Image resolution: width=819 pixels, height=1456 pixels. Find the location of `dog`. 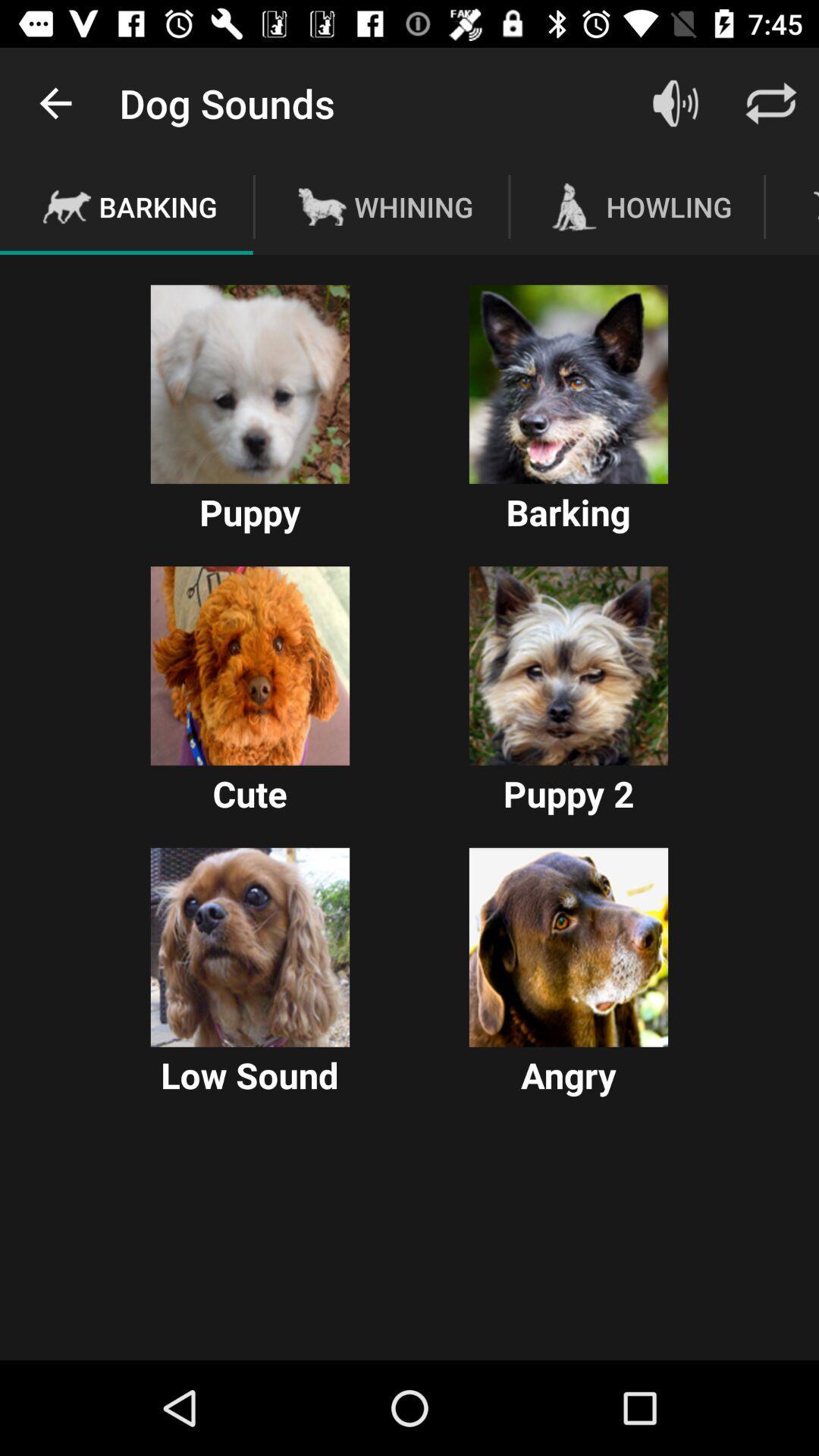

dog is located at coordinates (568, 384).